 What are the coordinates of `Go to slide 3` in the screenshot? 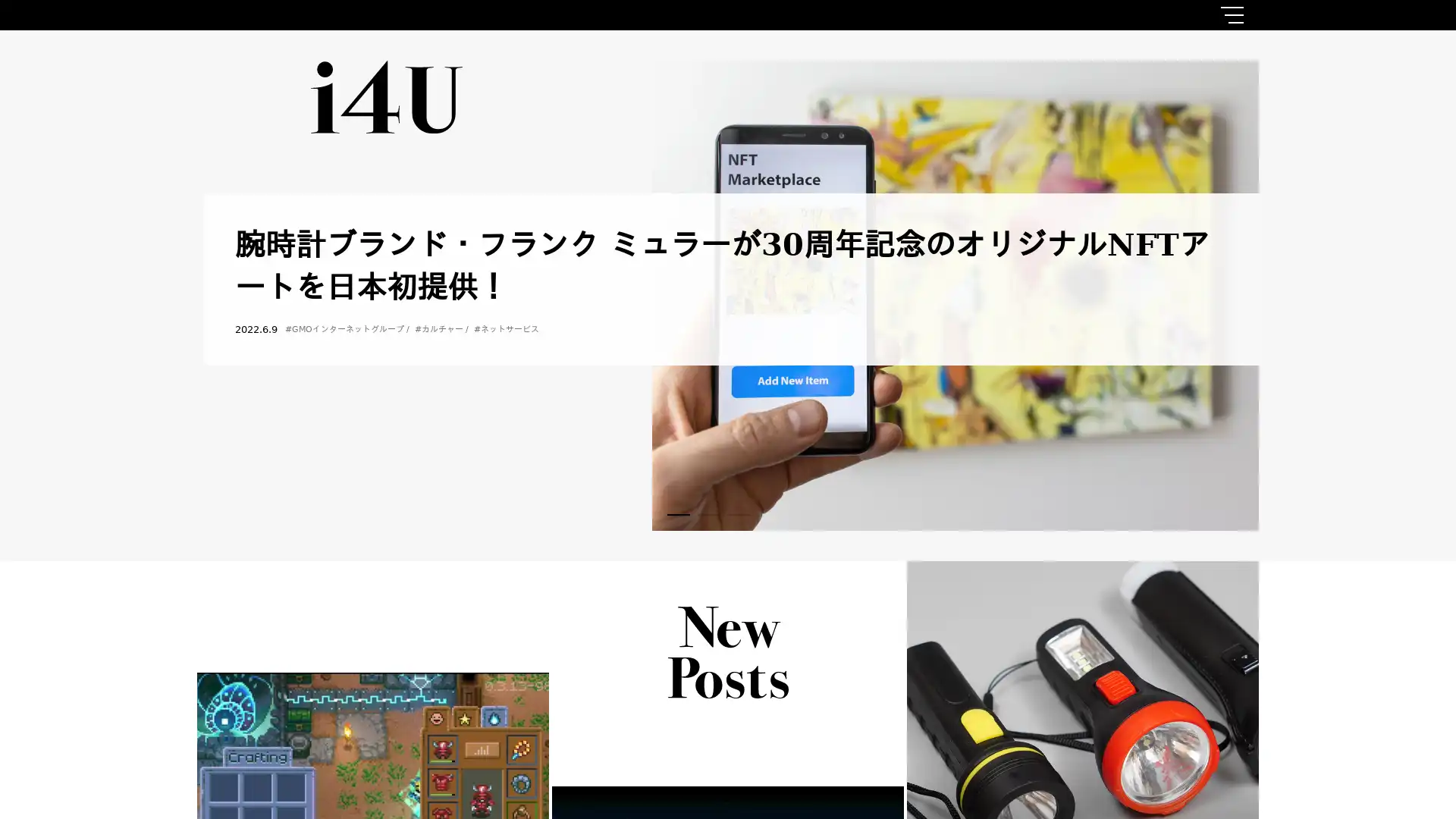 It's located at (739, 513).